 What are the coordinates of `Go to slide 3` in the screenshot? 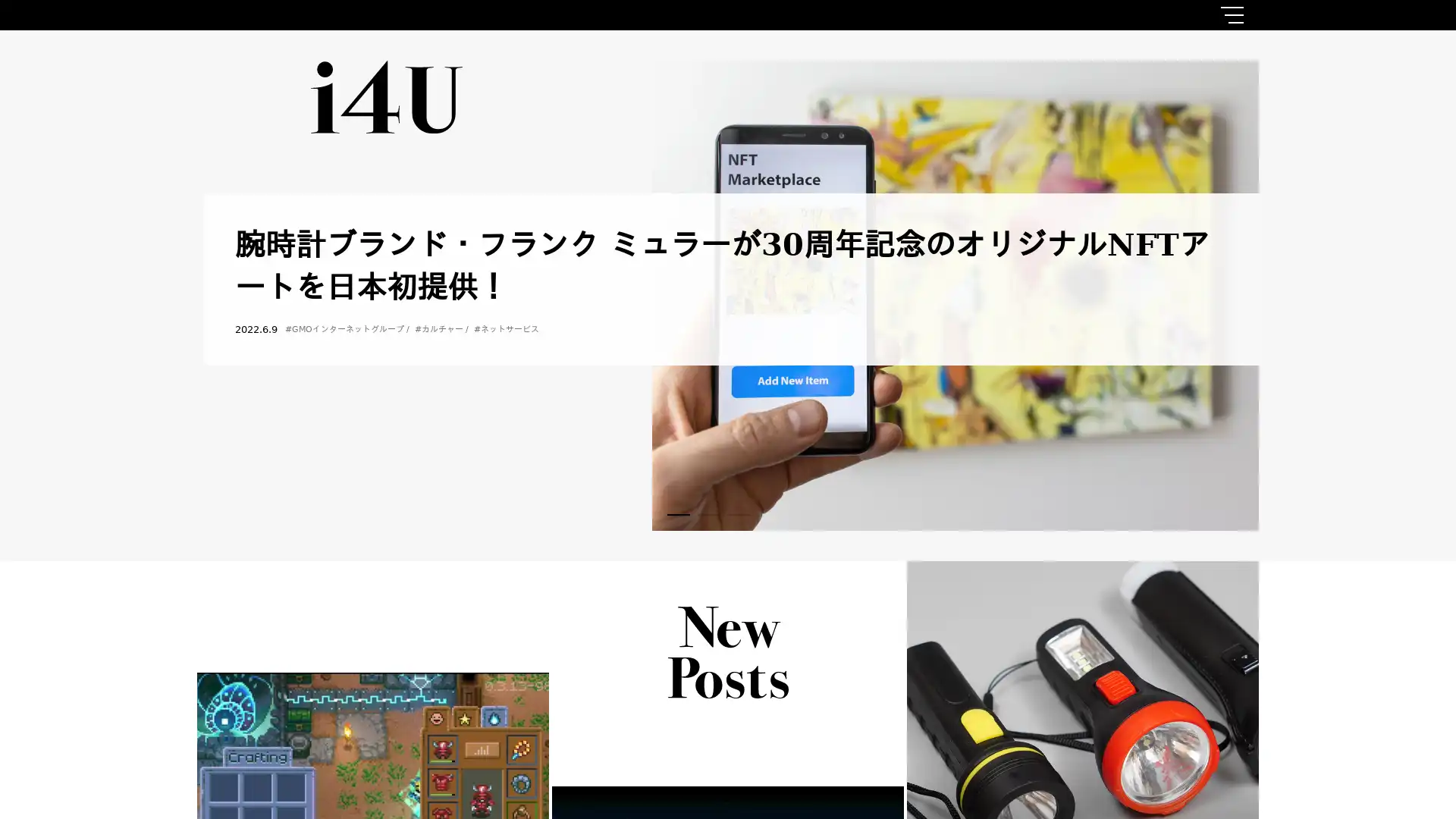 It's located at (739, 513).